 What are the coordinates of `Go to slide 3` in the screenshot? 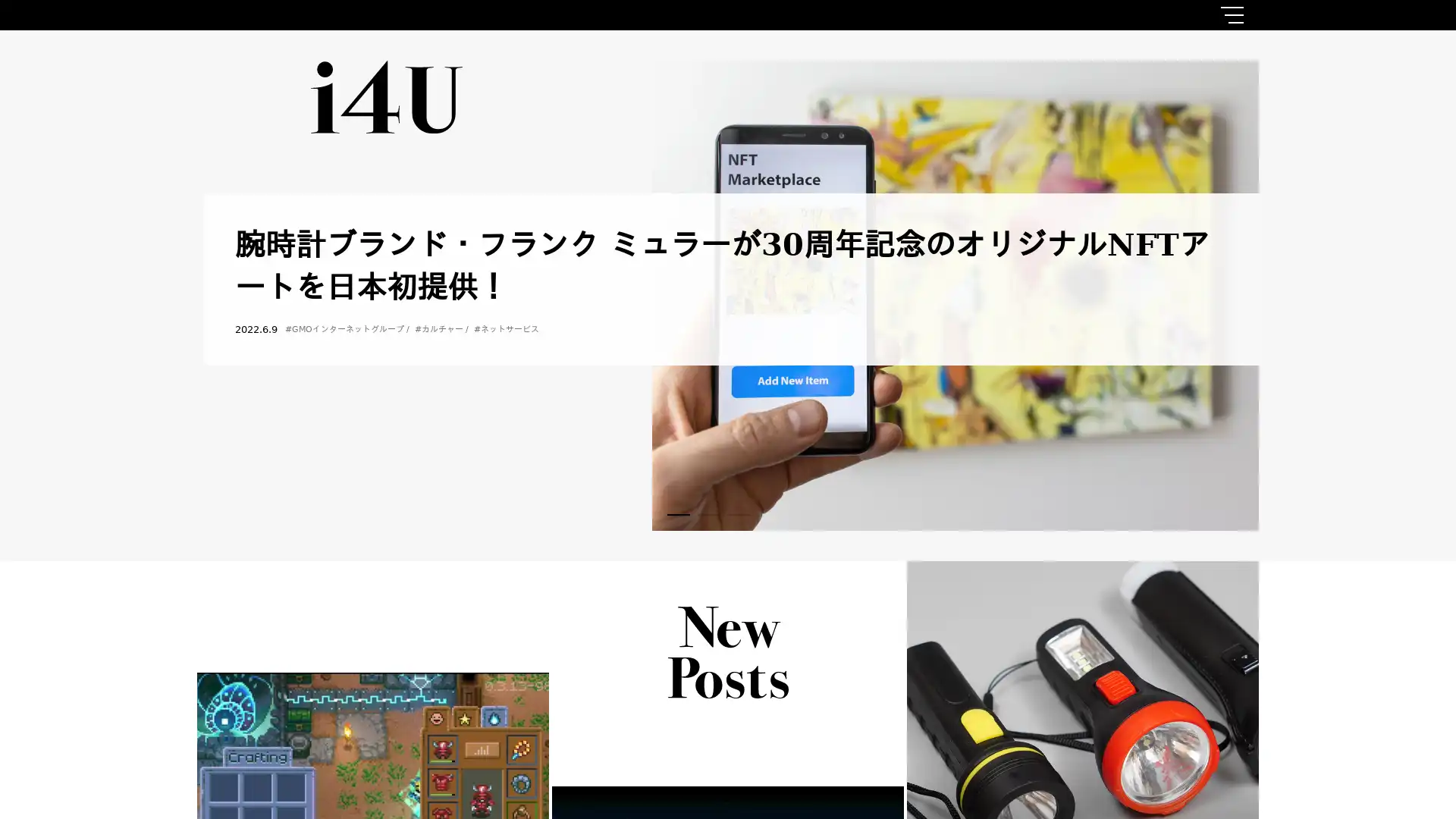 It's located at (739, 513).